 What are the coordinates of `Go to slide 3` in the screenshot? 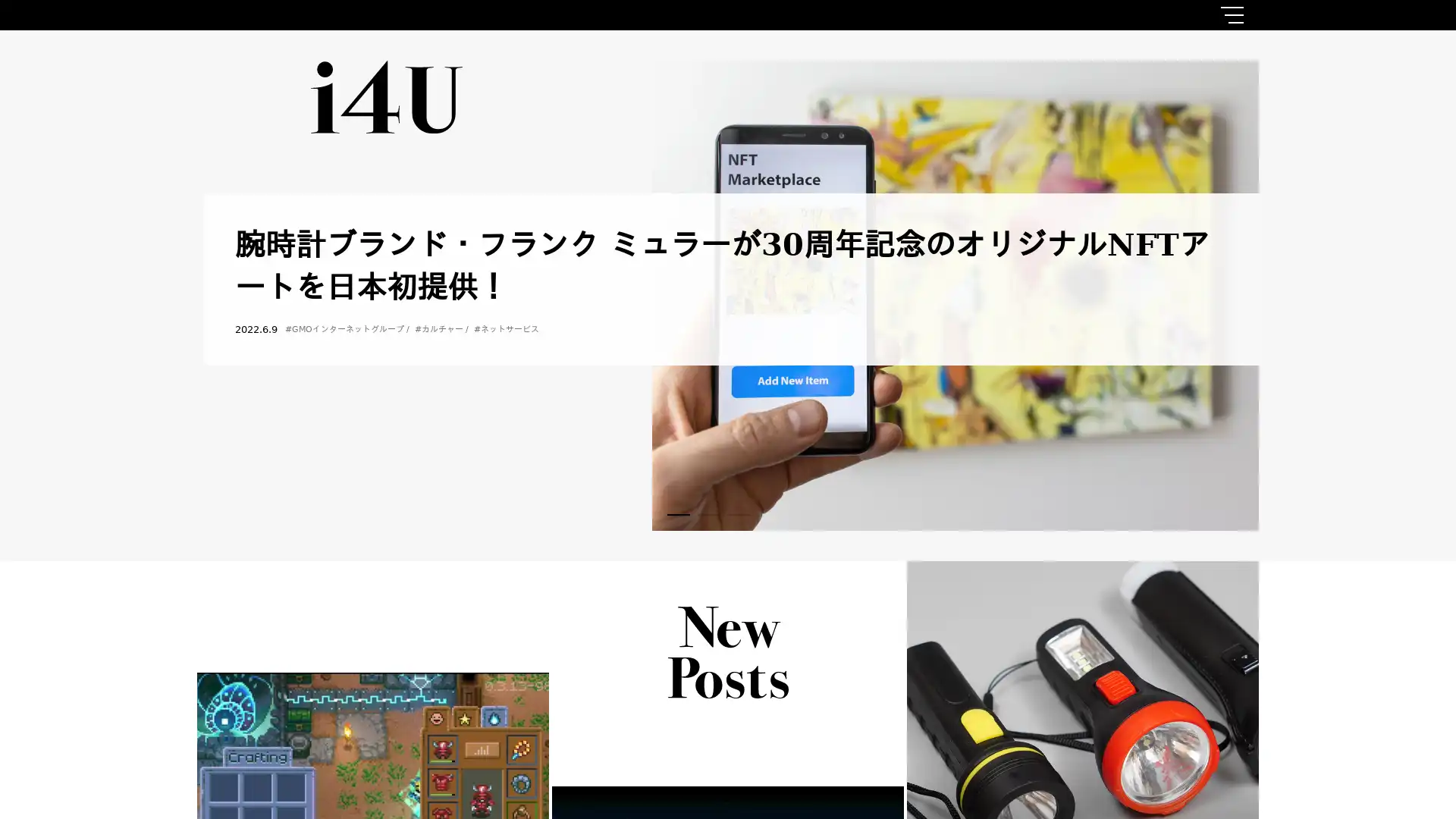 It's located at (739, 513).